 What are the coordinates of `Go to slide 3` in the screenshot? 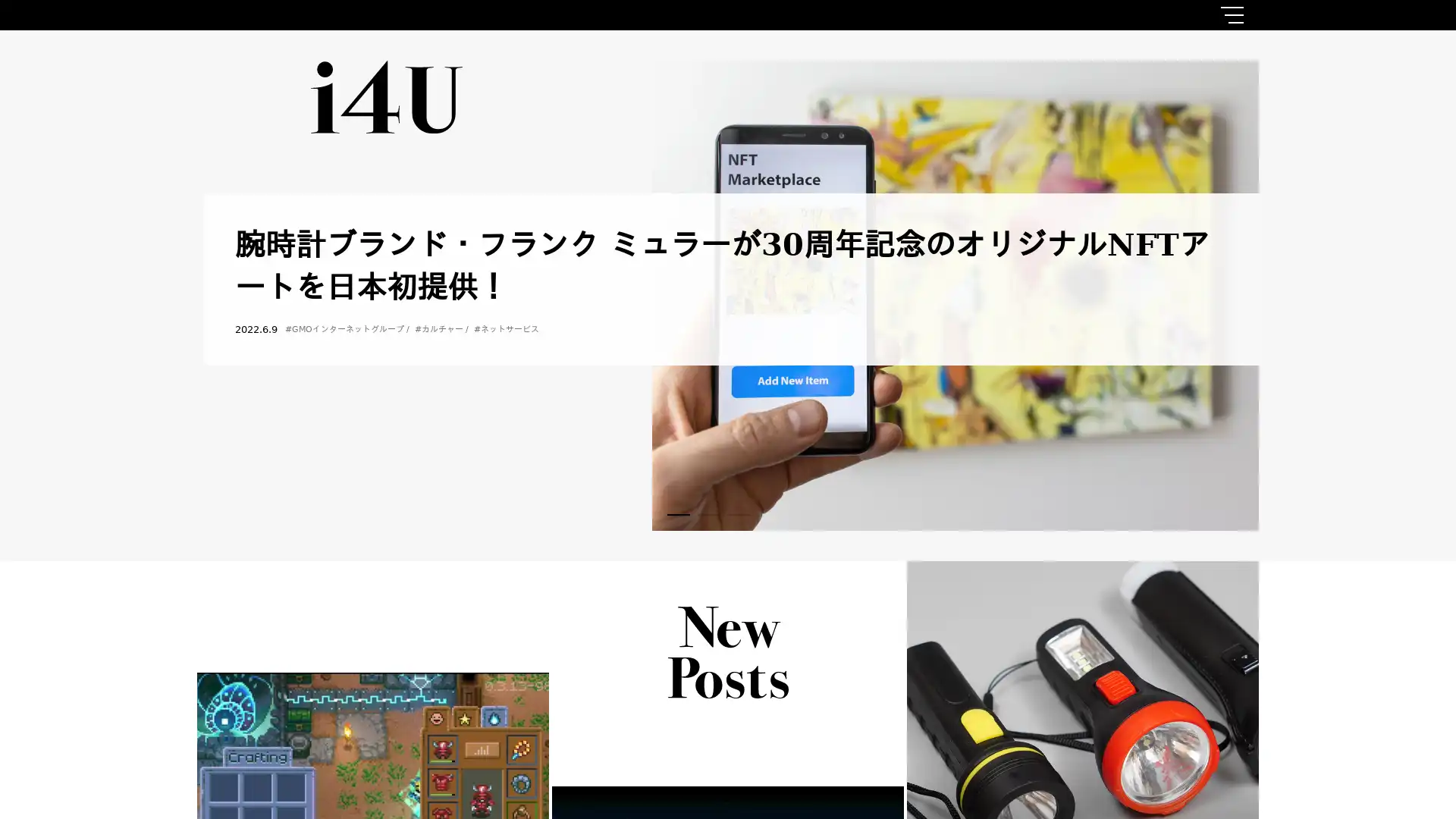 It's located at (739, 513).